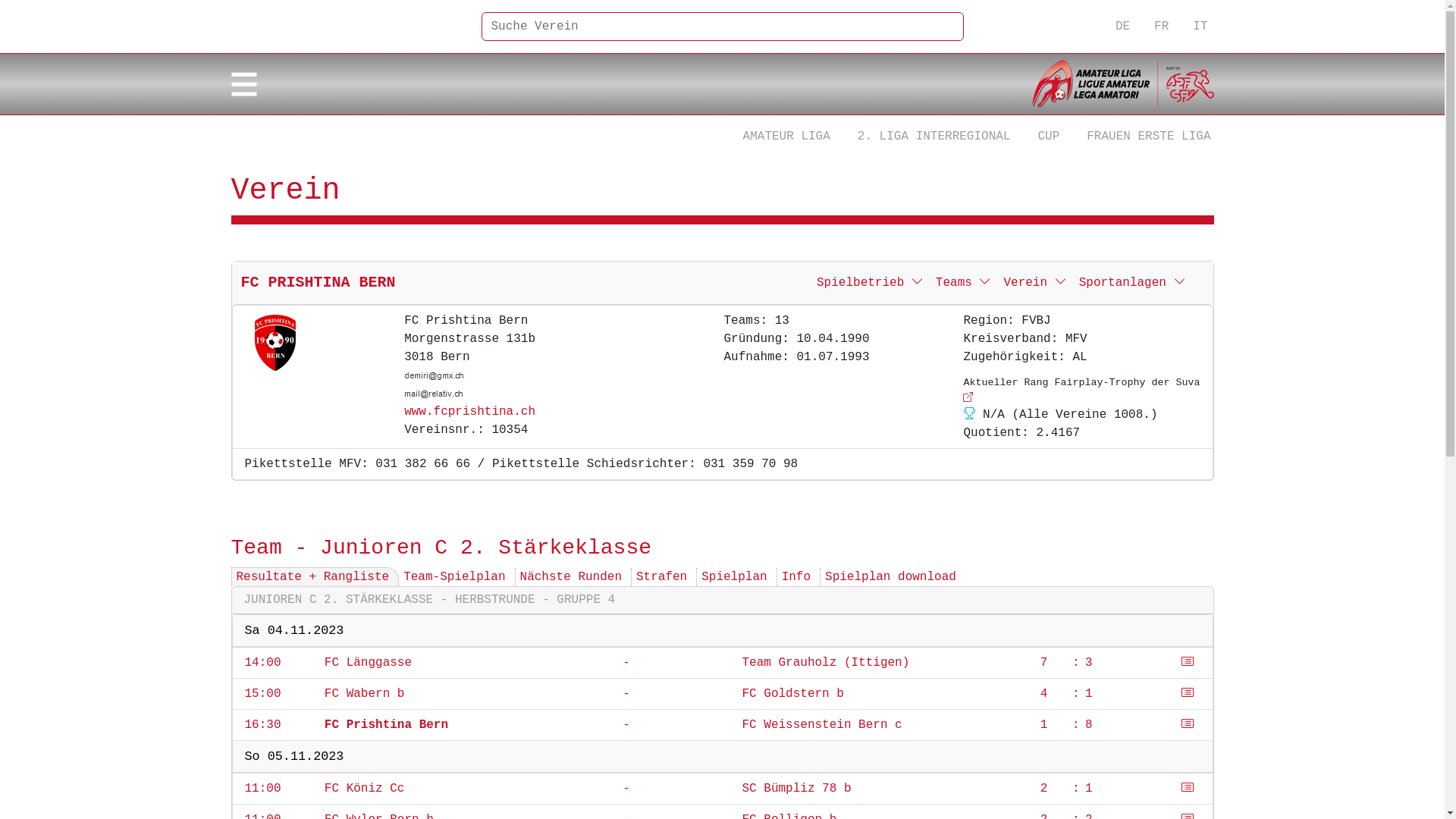 This screenshot has width=1456, height=819. I want to click on 'Resultate + Rangliste', so click(312, 576).